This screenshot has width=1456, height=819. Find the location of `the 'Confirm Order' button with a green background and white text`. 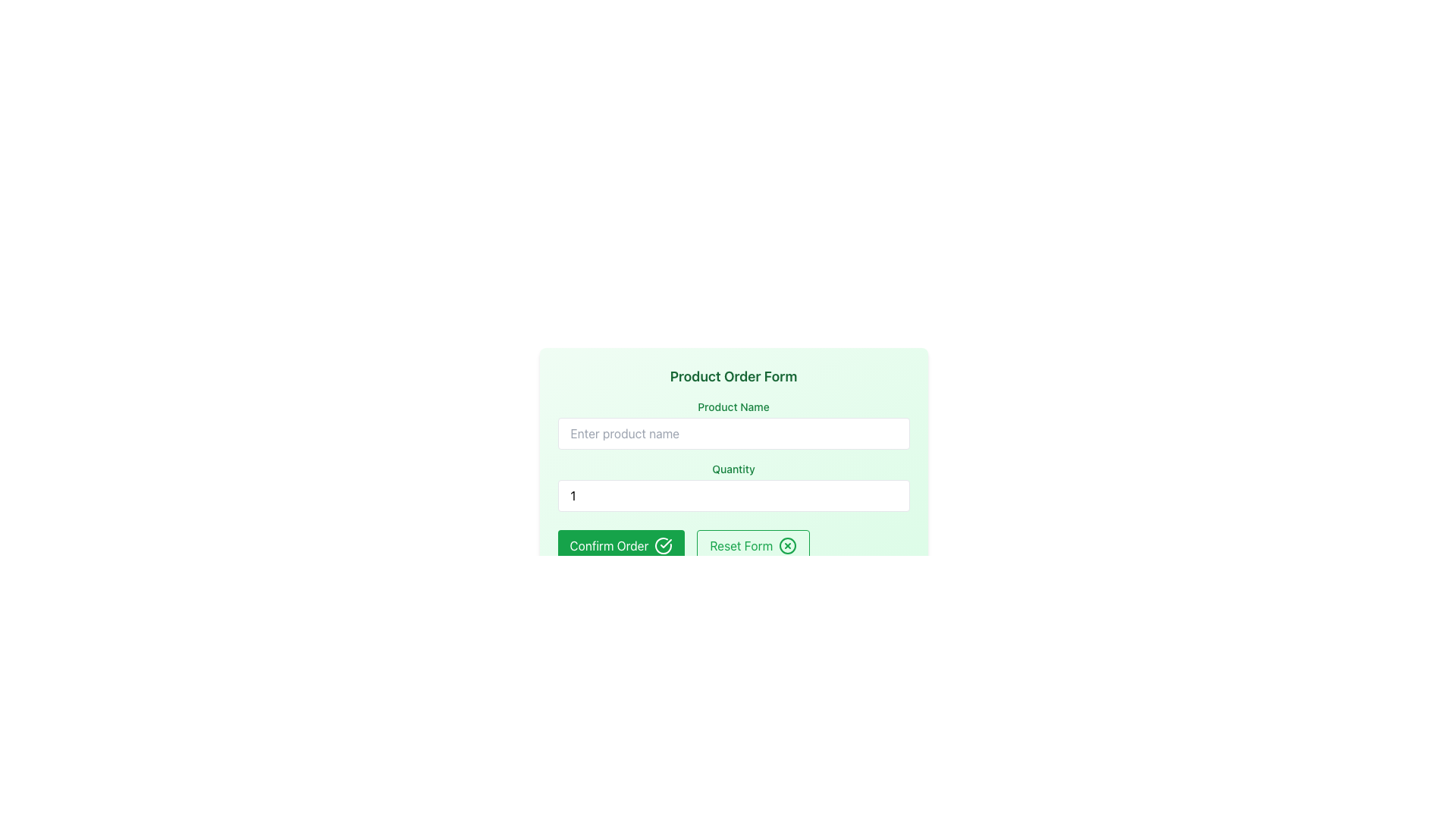

the 'Confirm Order' button with a green background and white text is located at coordinates (621, 546).